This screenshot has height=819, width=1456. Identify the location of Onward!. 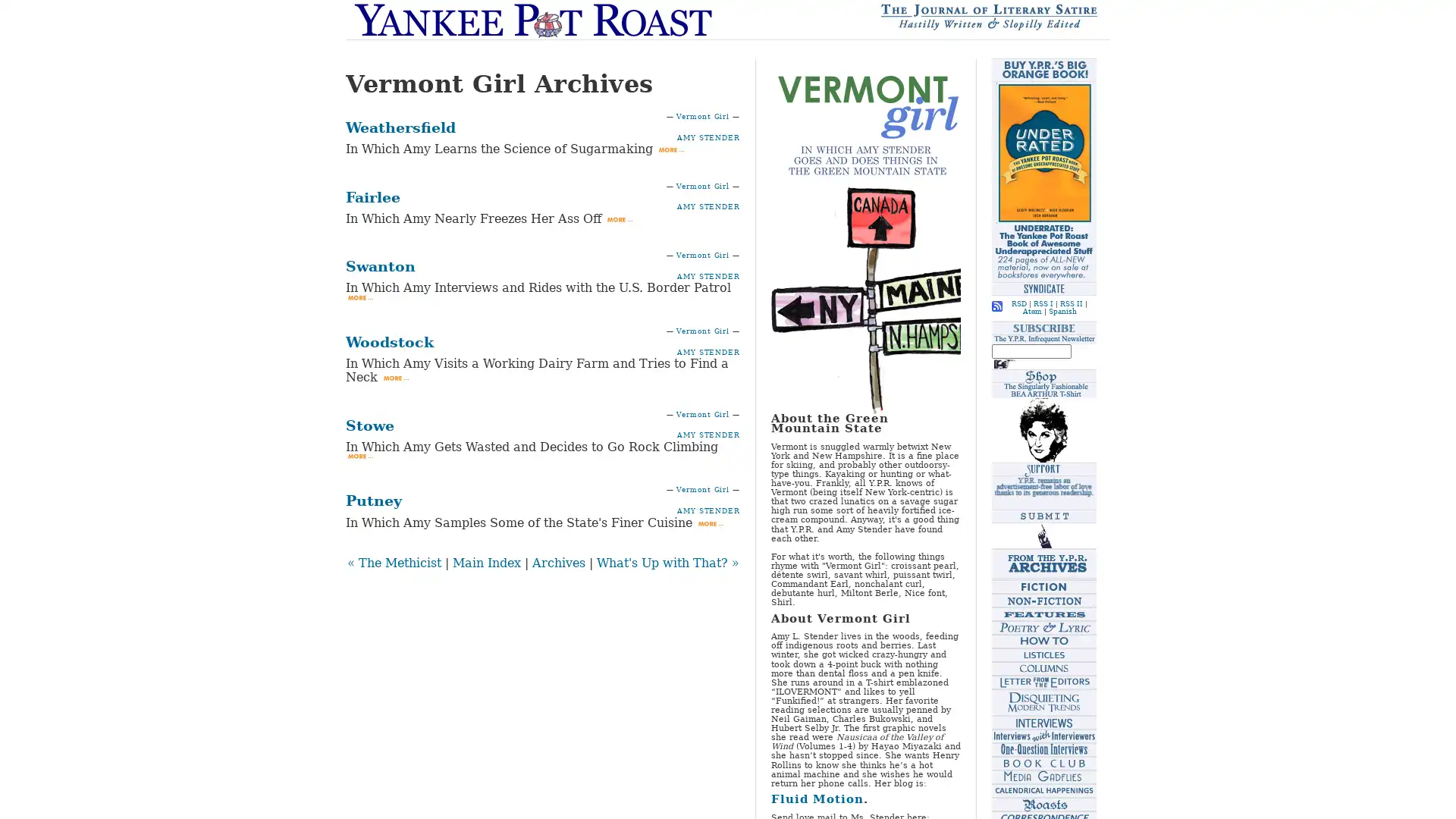
(1004, 362).